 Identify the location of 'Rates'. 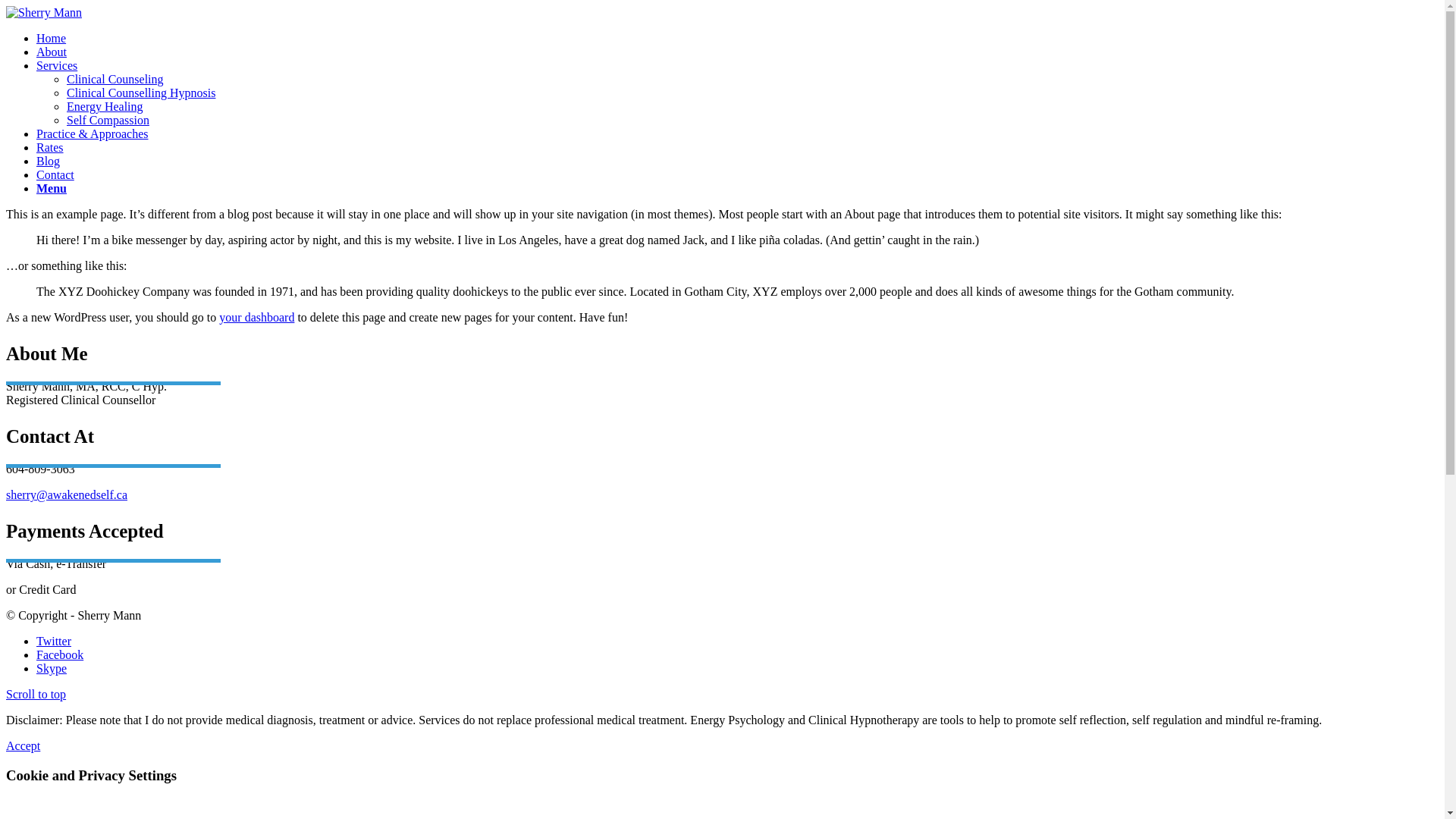
(36, 147).